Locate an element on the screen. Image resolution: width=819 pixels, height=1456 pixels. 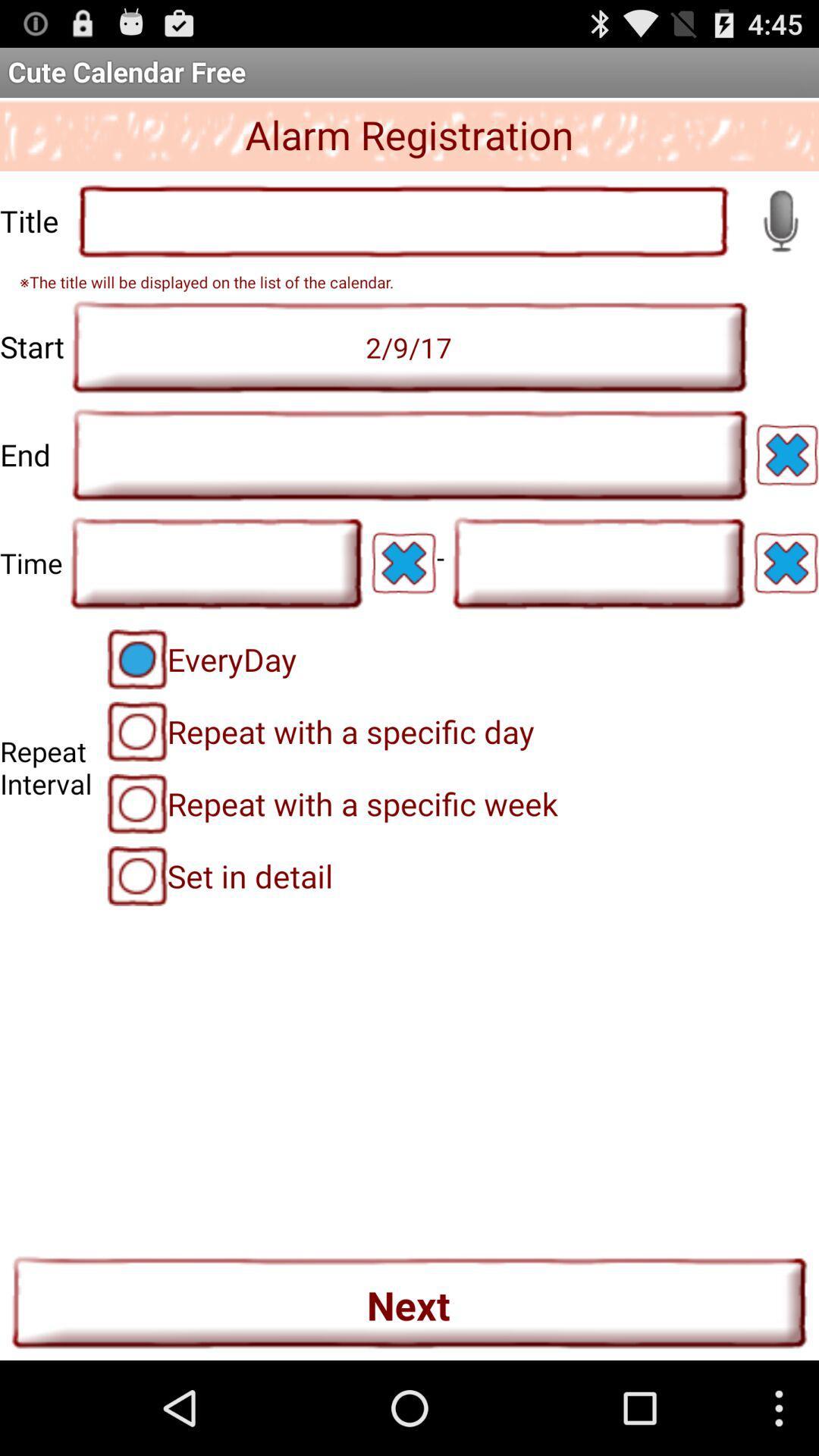
the icon above the end app is located at coordinates (409, 346).